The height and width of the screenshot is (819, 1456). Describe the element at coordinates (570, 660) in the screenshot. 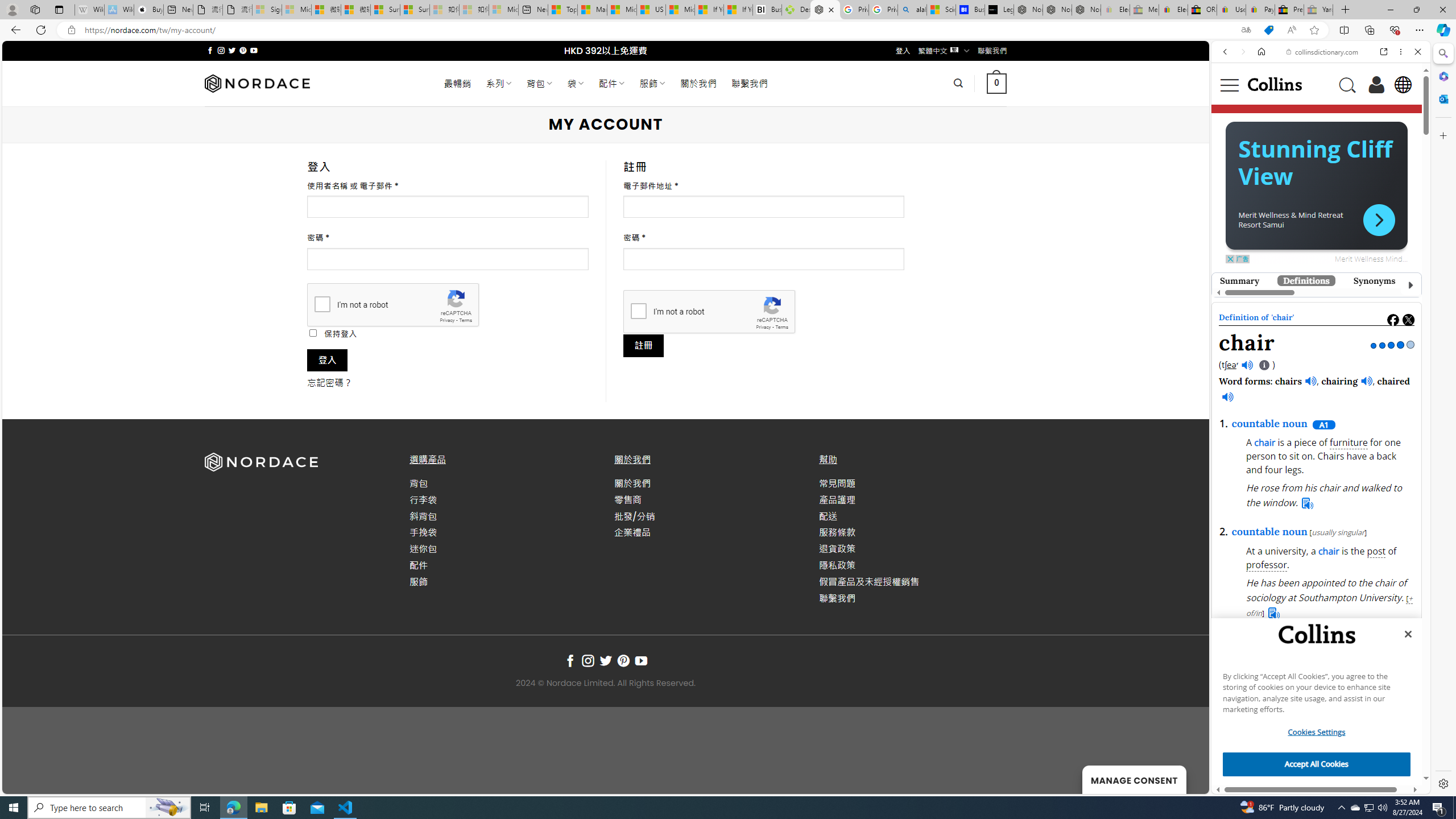

I see `'Follow on Facebook'` at that location.